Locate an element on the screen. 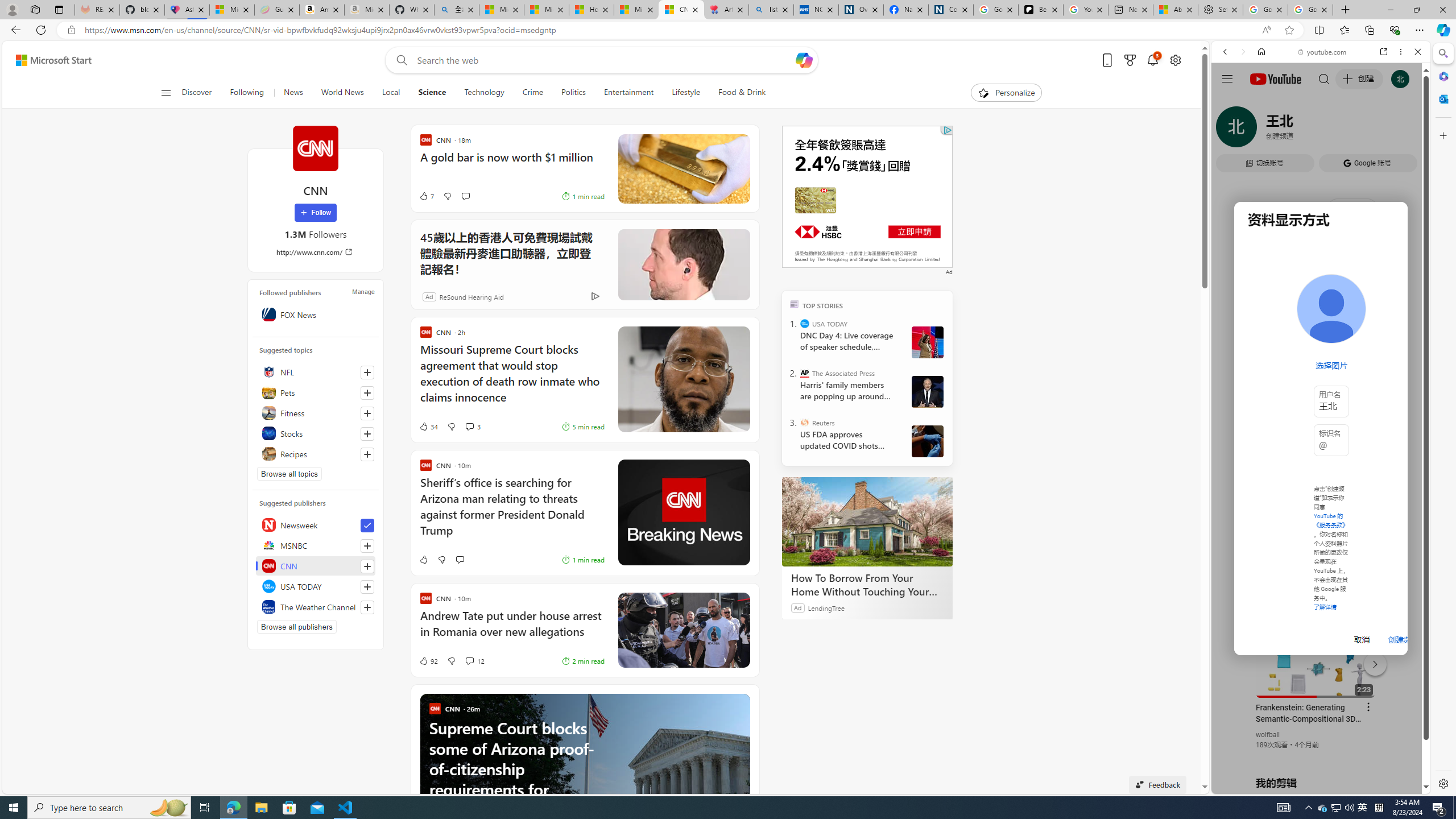  'Web search' is located at coordinates (399, 60).